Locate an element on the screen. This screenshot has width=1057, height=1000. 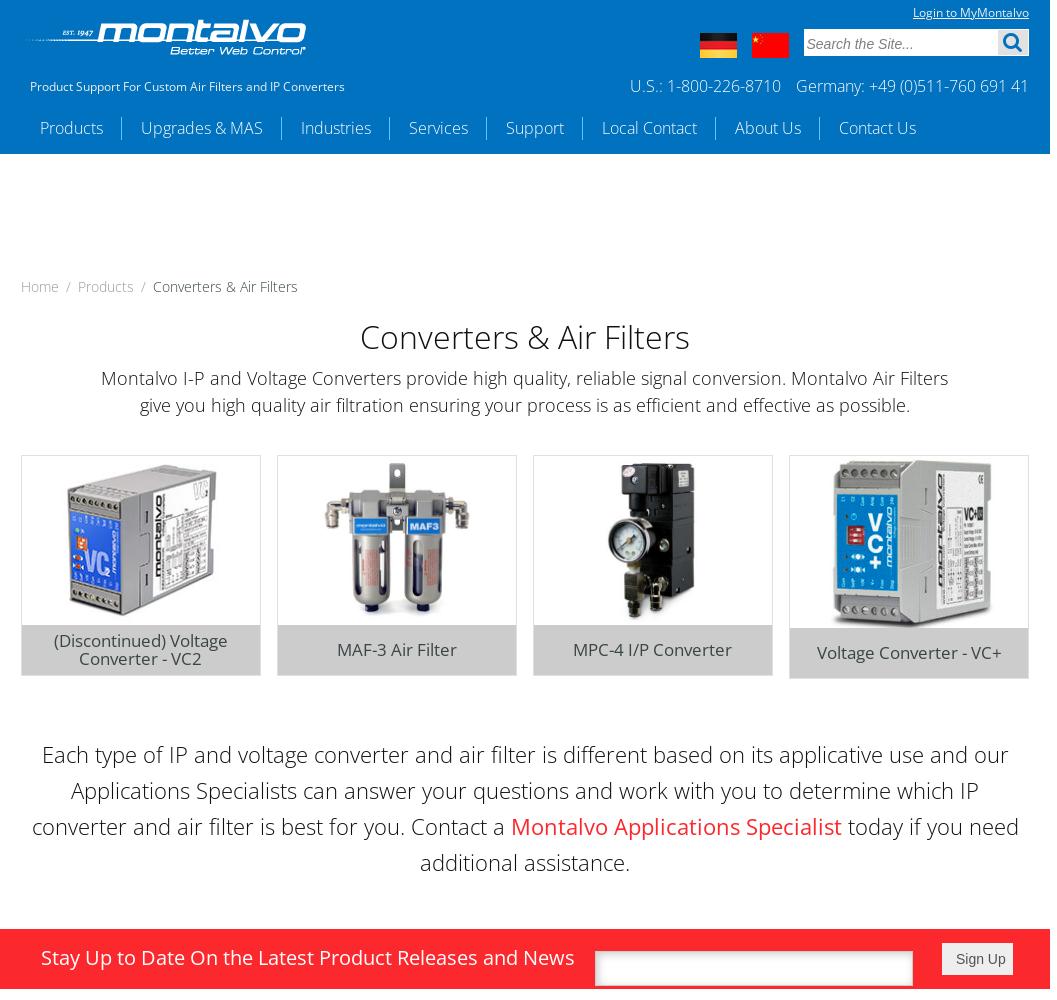
'Support' is located at coordinates (533, 127).